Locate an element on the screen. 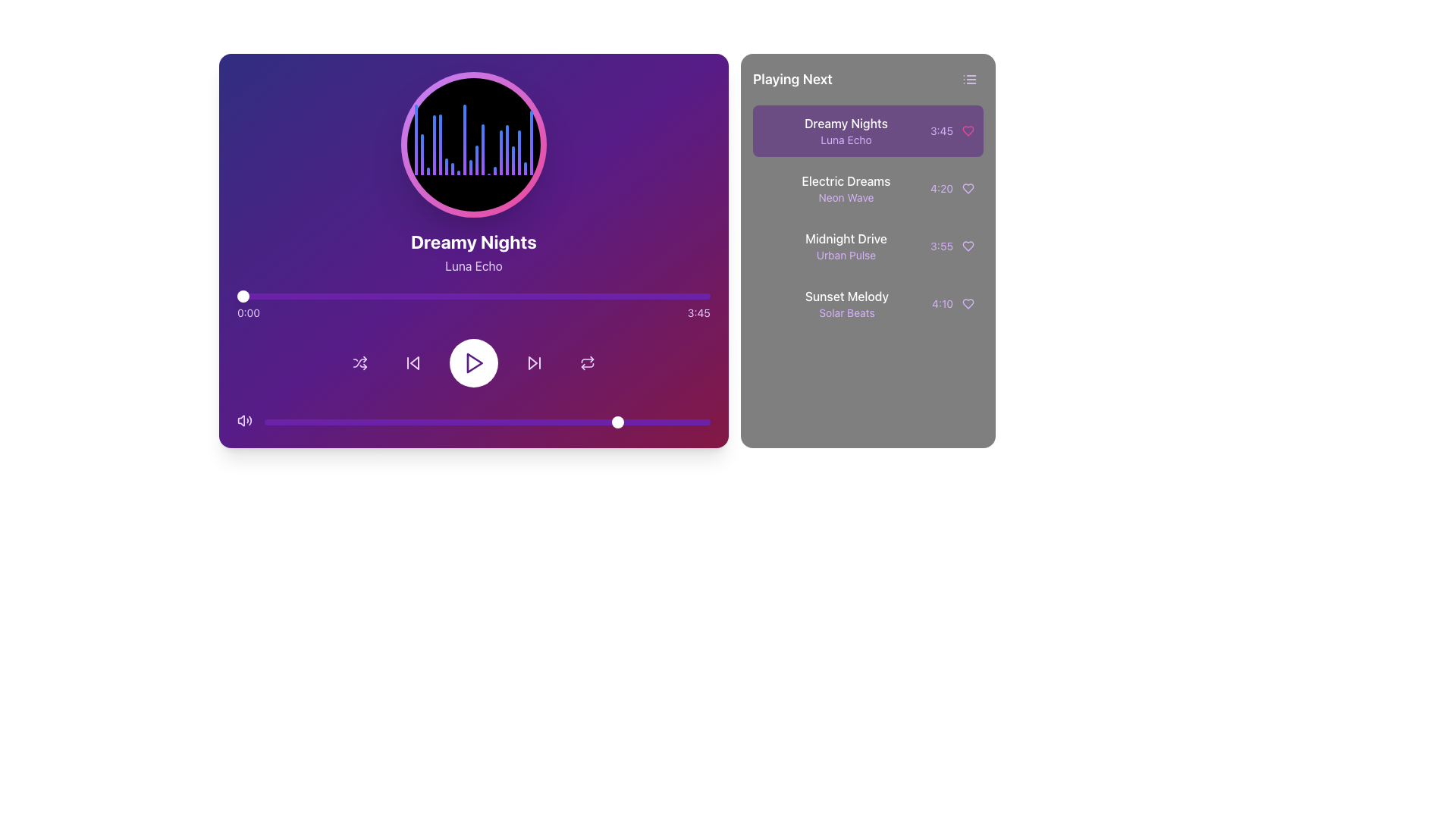 The width and height of the screenshot is (1456, 819). the progress bar located centrally within the media player box is located at coordinates (472, 307).